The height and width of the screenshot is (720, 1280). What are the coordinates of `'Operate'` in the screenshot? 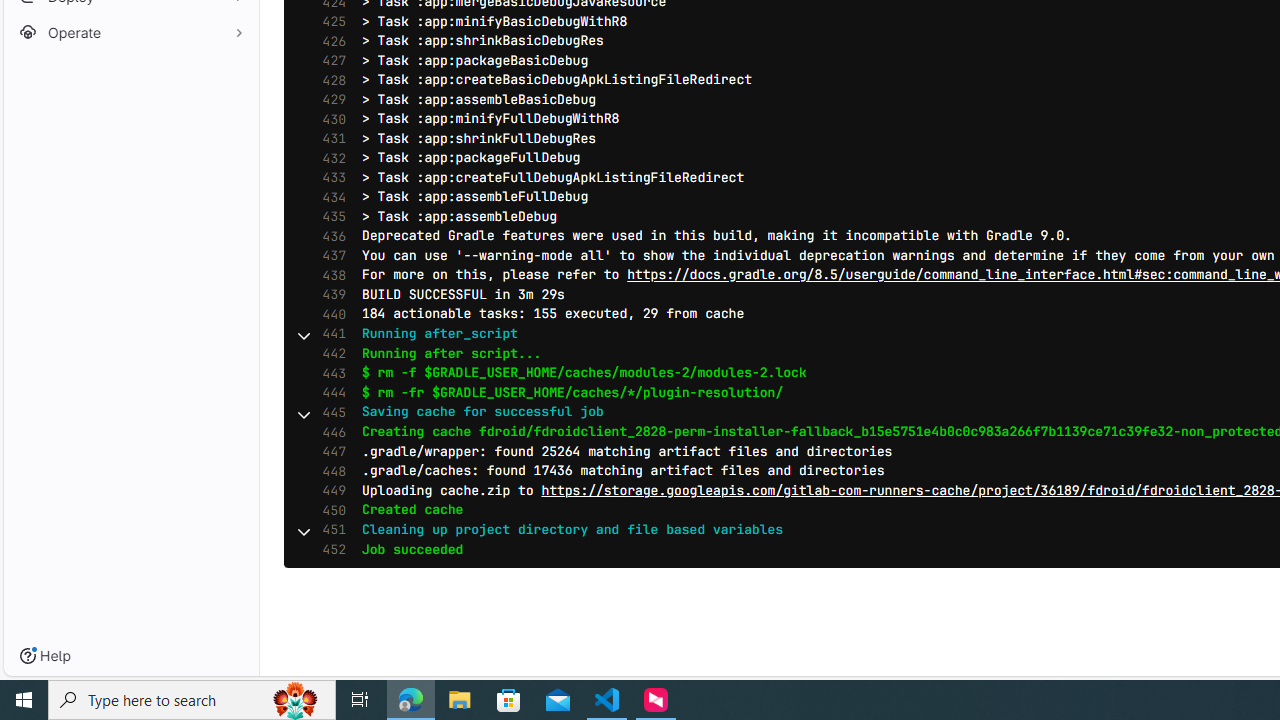 It's located at (130, 32).